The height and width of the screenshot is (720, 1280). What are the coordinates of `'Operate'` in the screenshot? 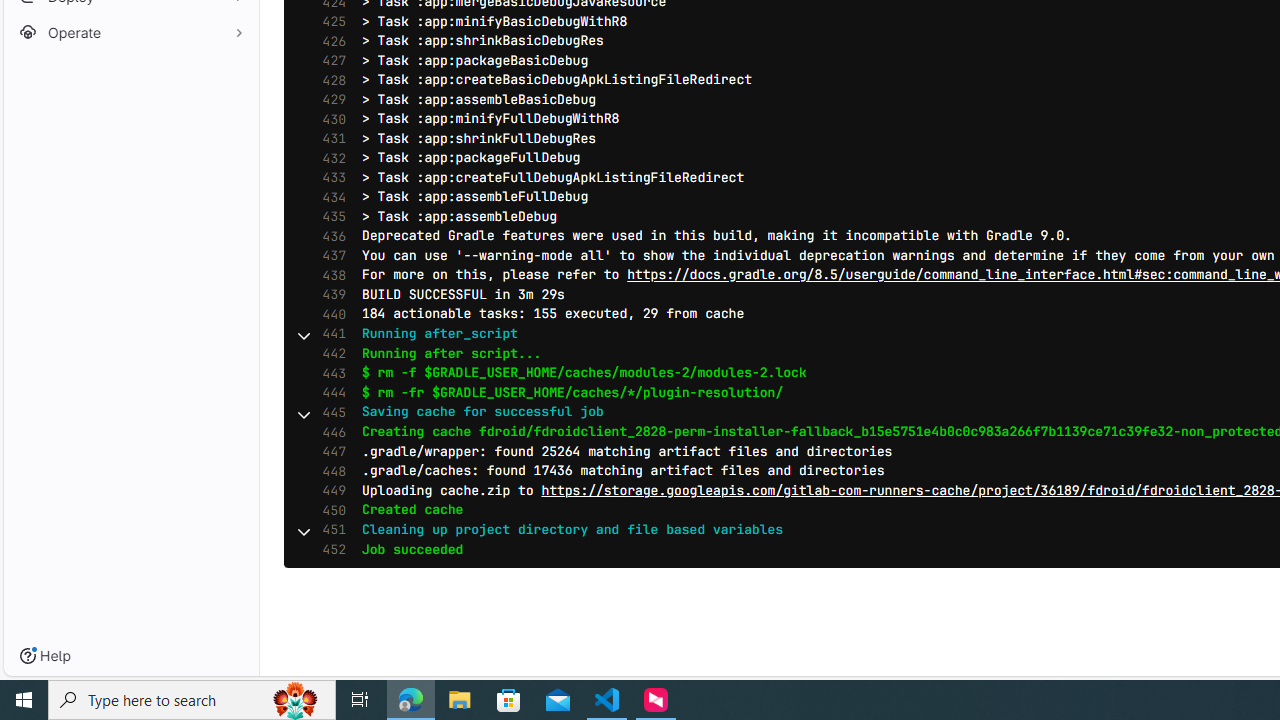 It's located at (130, 32).